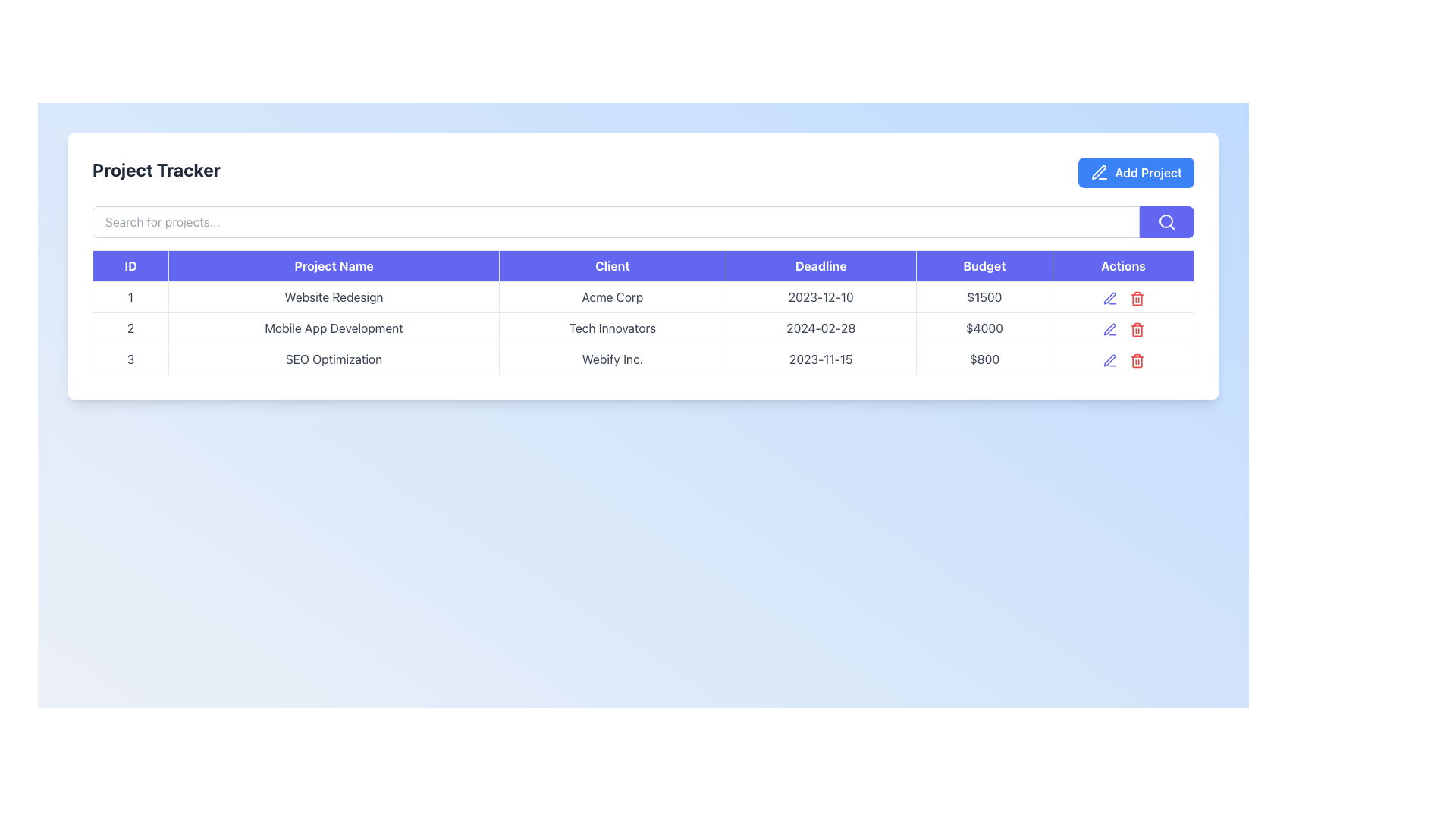  What do you see at coordinates (820, 359) in the screenshot?
I see `the table cell displaying the deadline date for the project in the fourth column of the last row` at bounding box center [820, 359].